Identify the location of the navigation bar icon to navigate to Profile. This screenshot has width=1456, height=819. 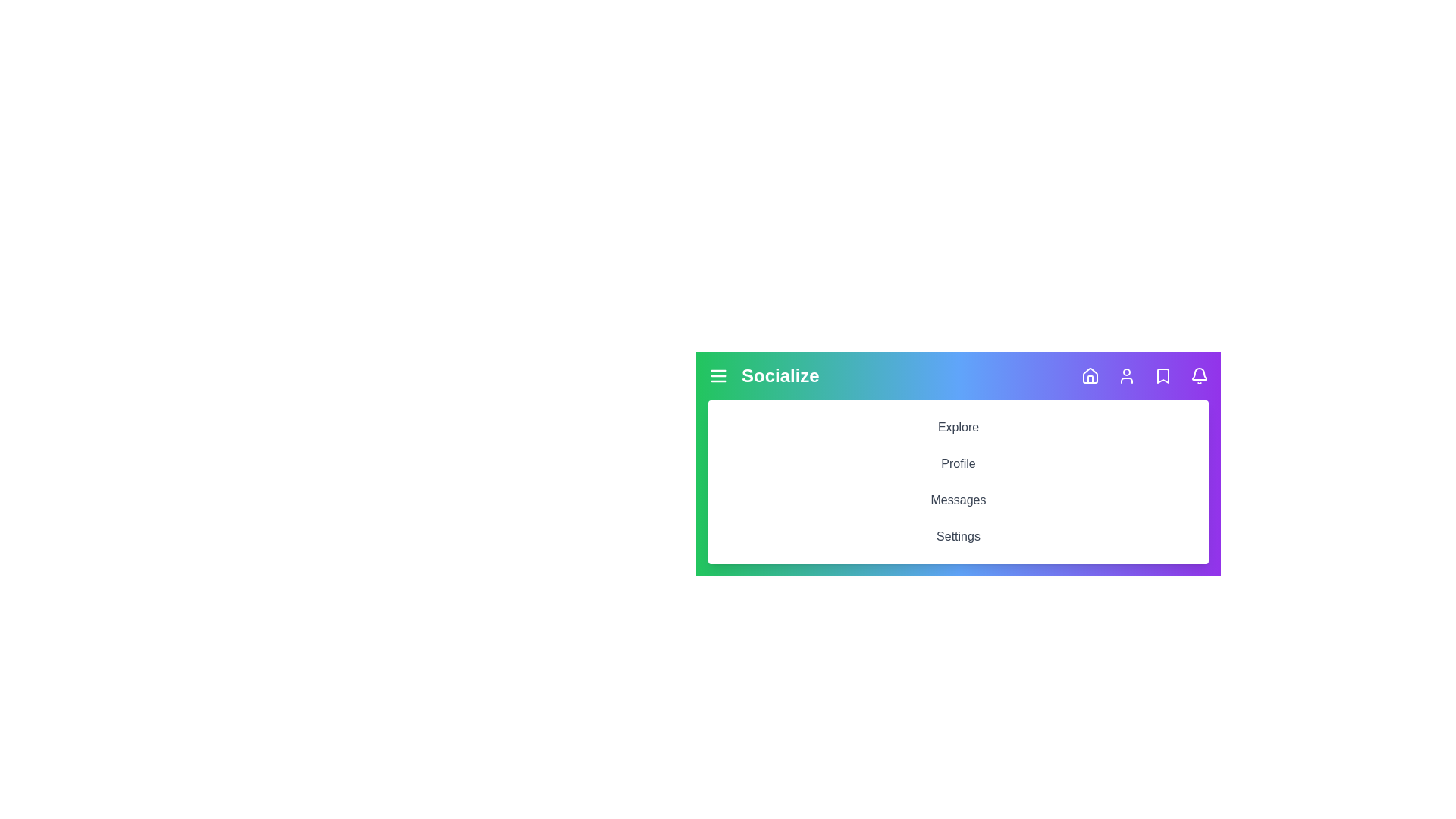
(1127, 375).